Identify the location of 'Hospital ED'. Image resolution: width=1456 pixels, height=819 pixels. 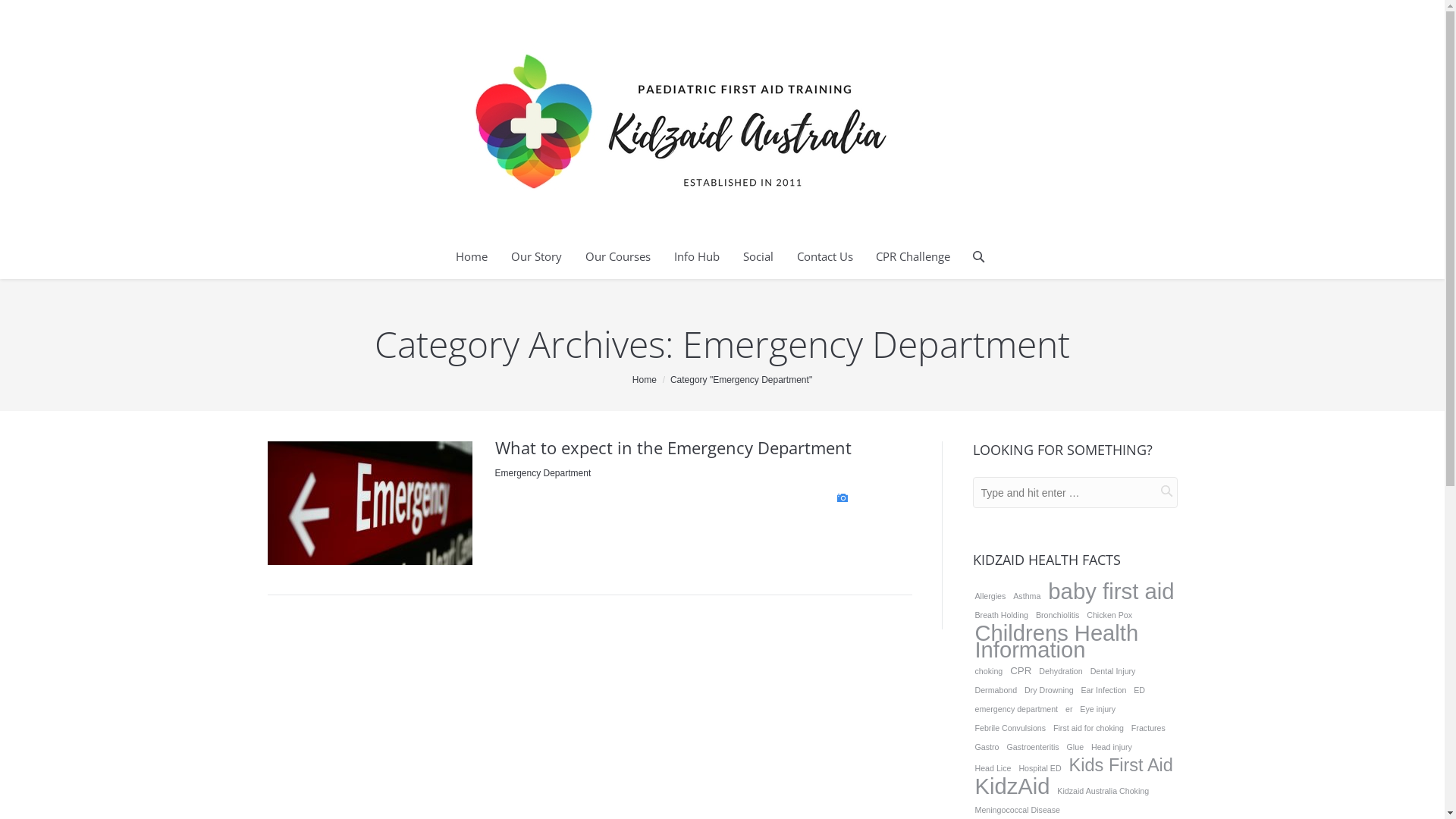
(1039, 768).